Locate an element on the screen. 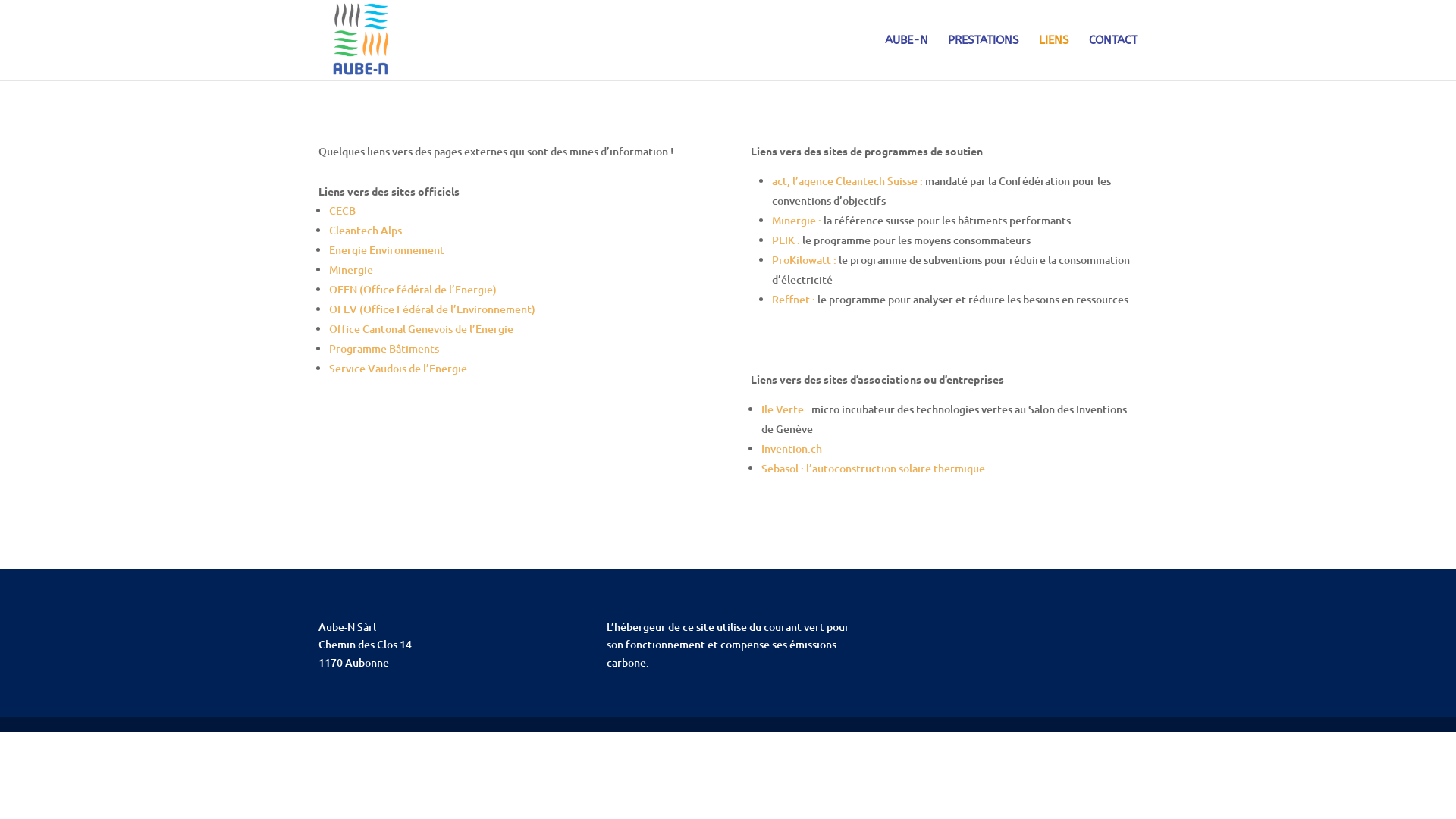 The height and width of the screenshot is (819, 1456). 'Cleantech Alps' is located at coordinates (365, 230).